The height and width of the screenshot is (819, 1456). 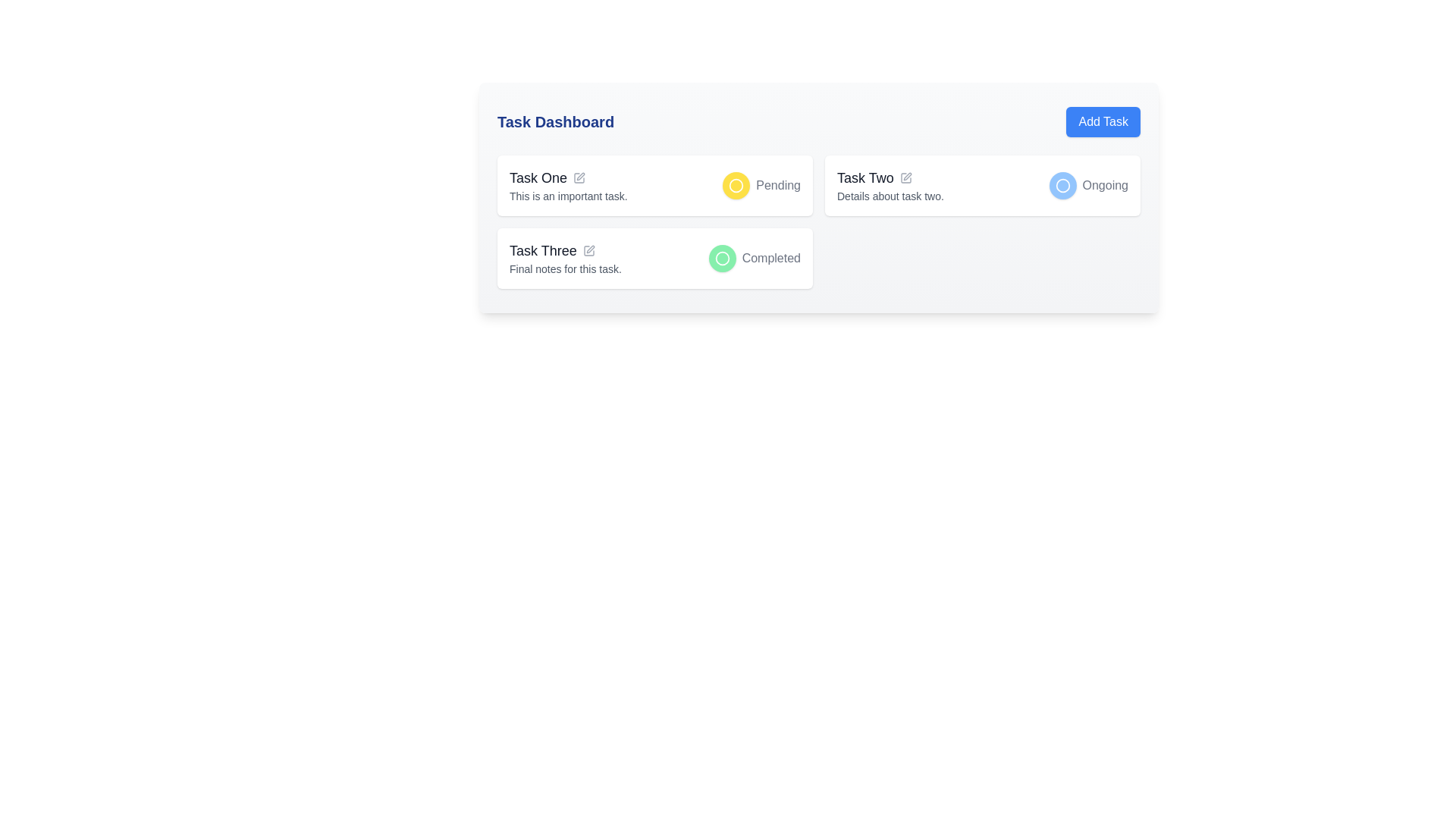 What do you see at coordinates (564, 257) in the screenshot?
I see `the text display element that shows 'Task Three' with a pen icon and the description 'Final notes for this task.'` at bounding box center [564, 257].